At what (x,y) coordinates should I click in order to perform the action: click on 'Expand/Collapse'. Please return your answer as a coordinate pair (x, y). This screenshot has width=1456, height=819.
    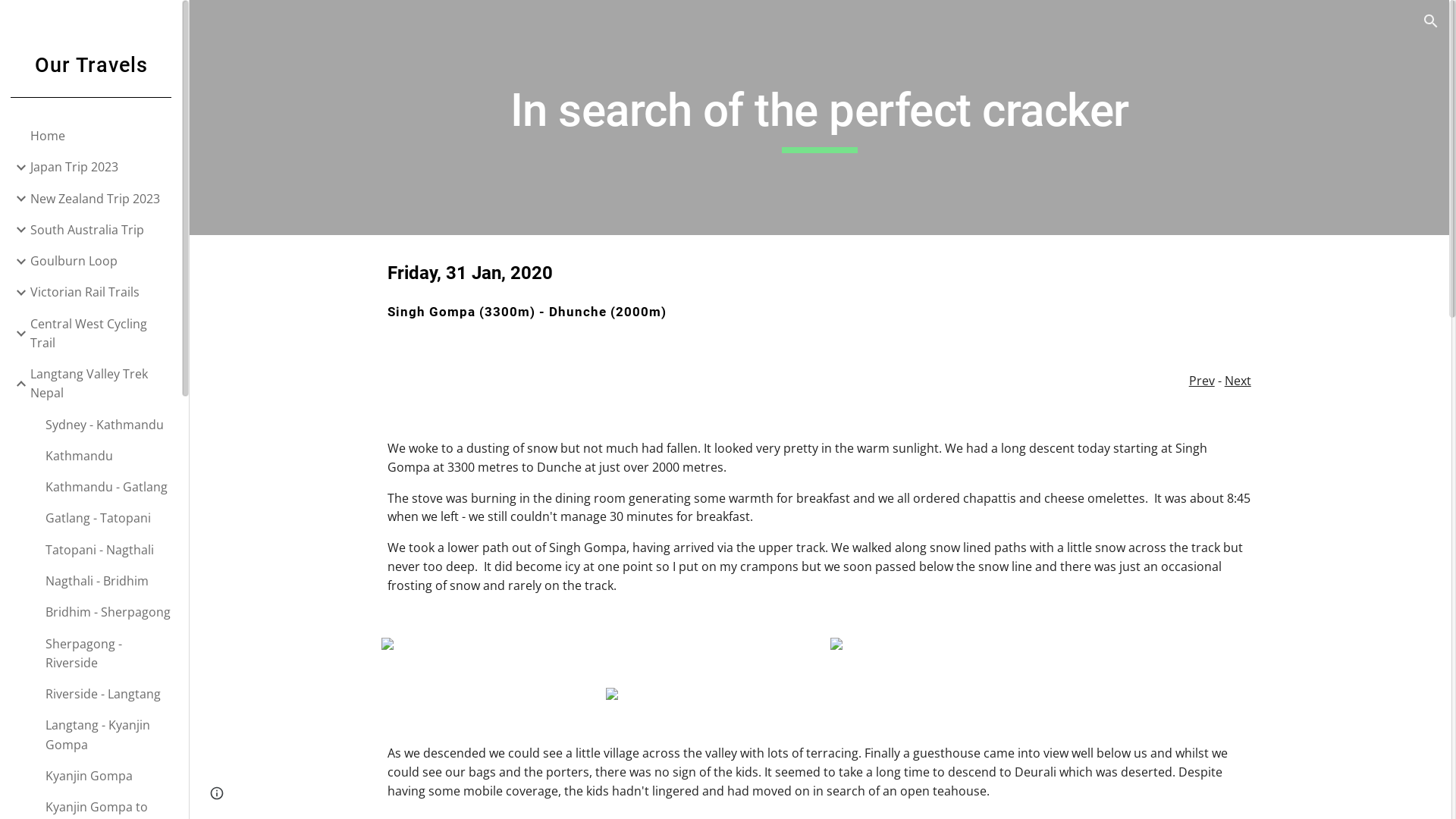
    Looking at the image, I should click on (17, 292).